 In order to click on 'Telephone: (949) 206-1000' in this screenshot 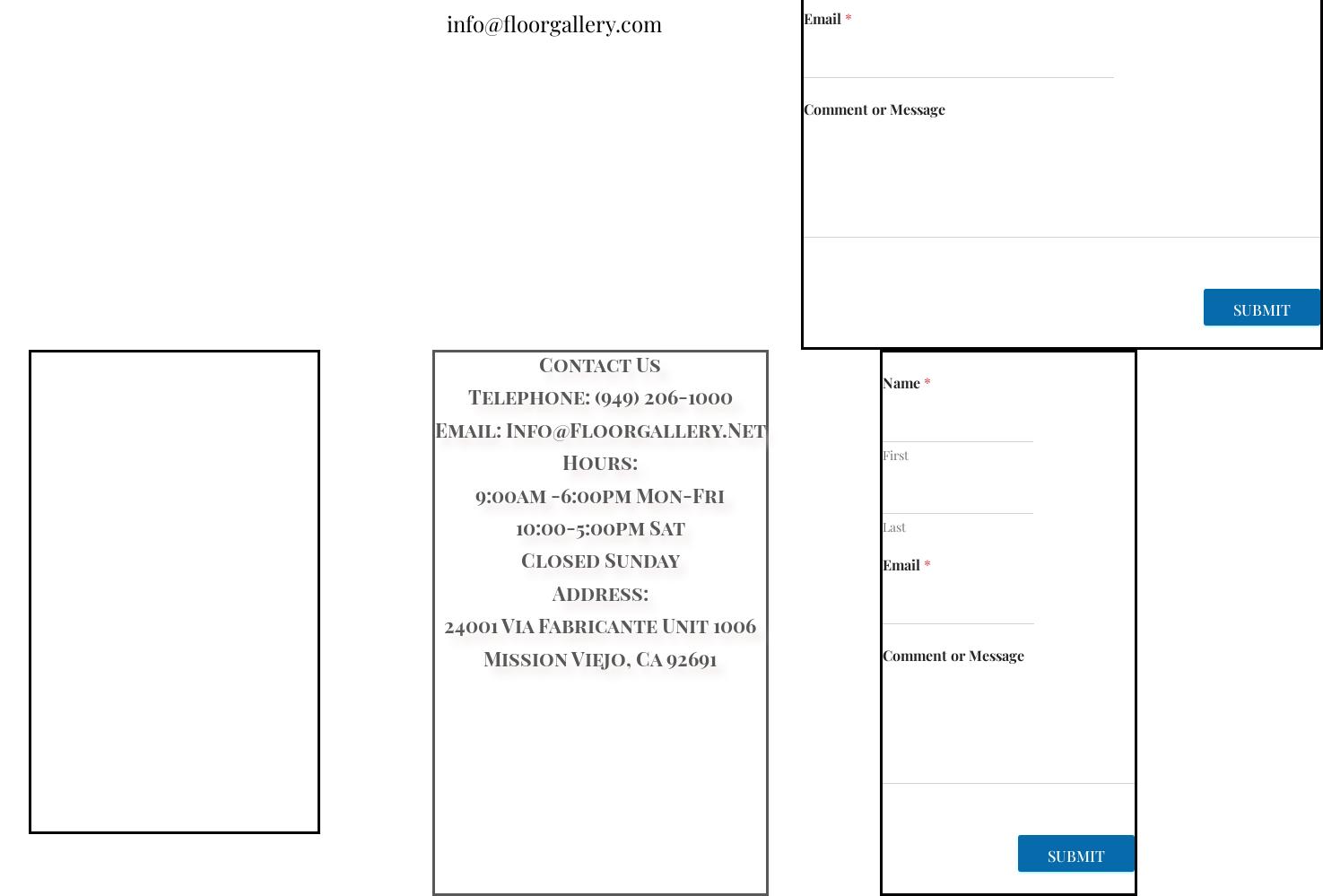, I will do `click(599, 395)`.